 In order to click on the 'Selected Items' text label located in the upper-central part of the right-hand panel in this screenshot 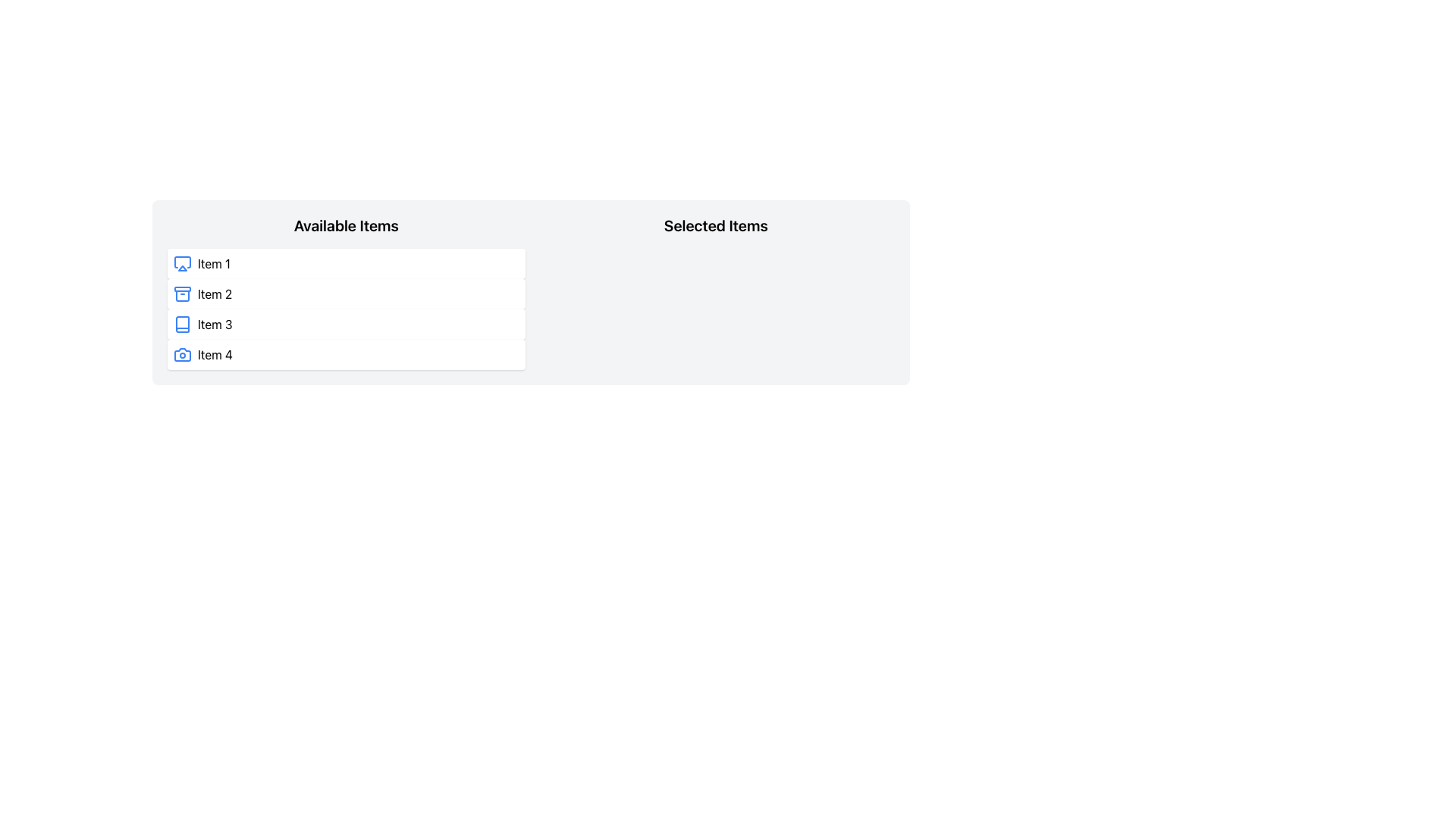, I will do `click(715, 225)`.